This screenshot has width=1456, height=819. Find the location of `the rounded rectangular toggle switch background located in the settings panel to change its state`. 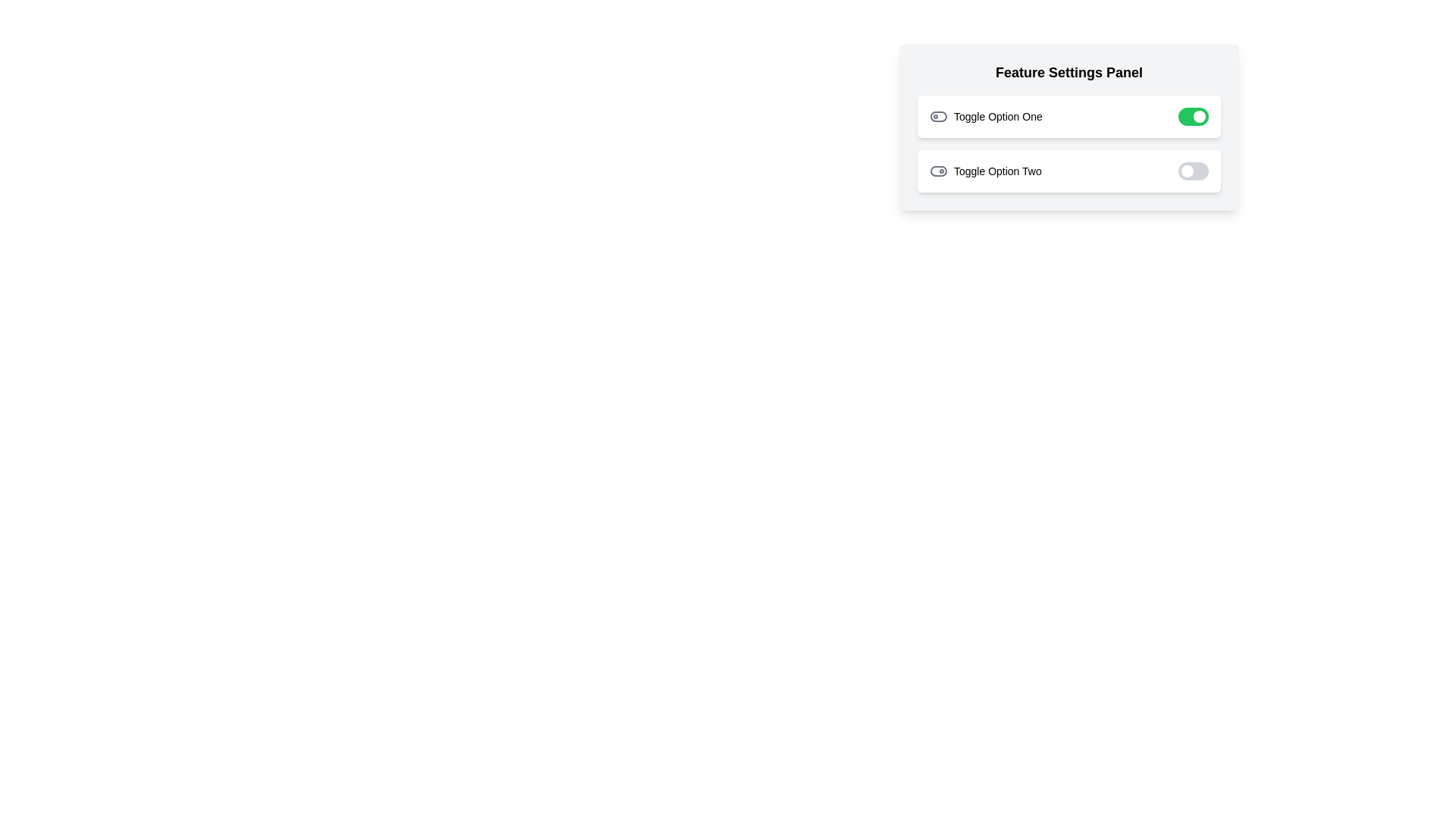

the rounded rectangular toggle switch background located in the settings panel to change its state is located at coordinates (938, 116).